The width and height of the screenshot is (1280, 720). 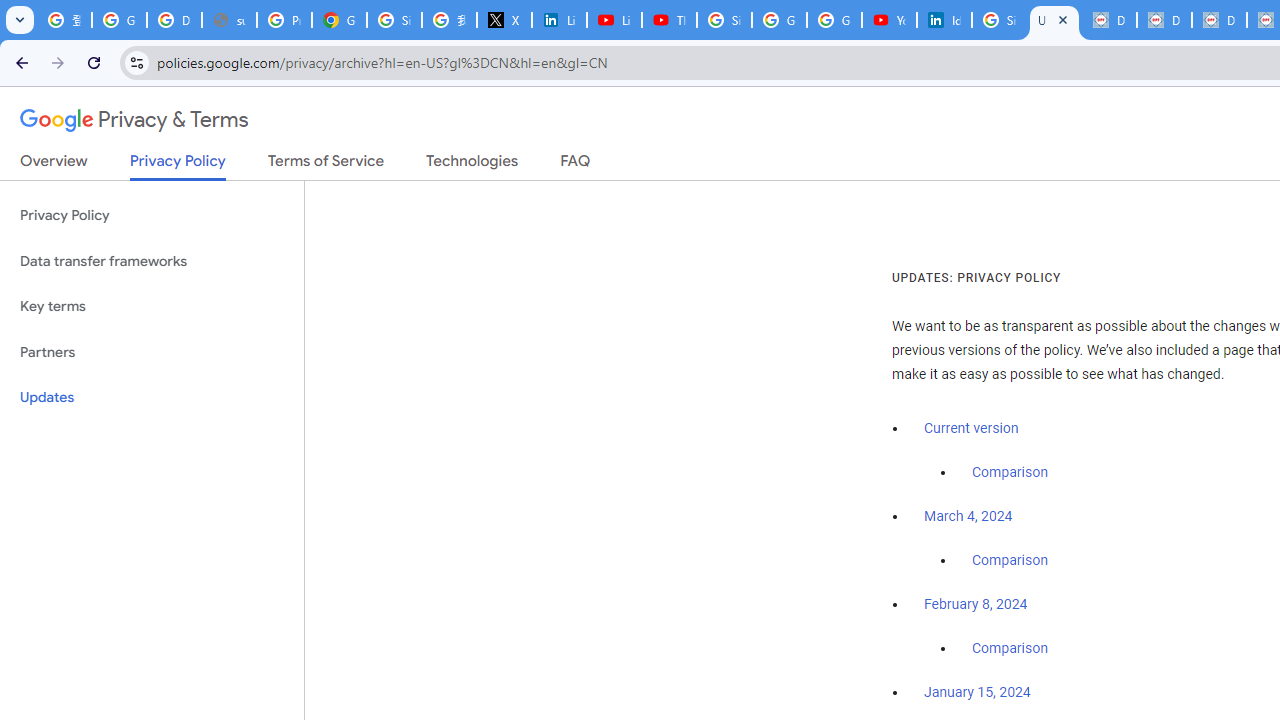 What do you see at coordinates (943, 20) in the screenshot?
I see `'Identity verification via Persona | LinkedIn Help'` at bounding box center [943, 20].